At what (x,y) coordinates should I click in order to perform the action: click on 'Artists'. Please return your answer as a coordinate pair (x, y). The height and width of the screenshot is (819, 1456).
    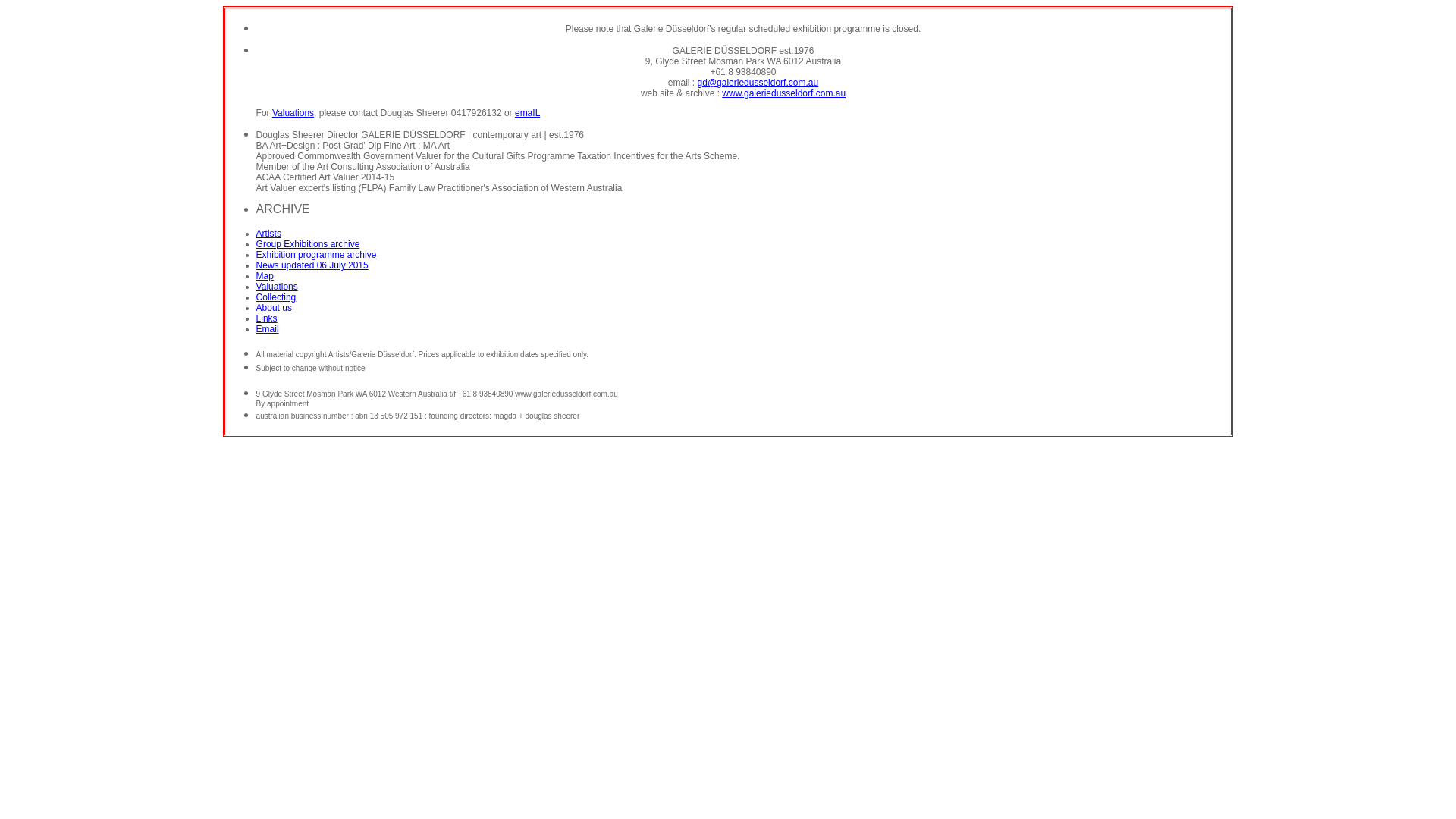
    Looking at the image, I should click on (268, 234).